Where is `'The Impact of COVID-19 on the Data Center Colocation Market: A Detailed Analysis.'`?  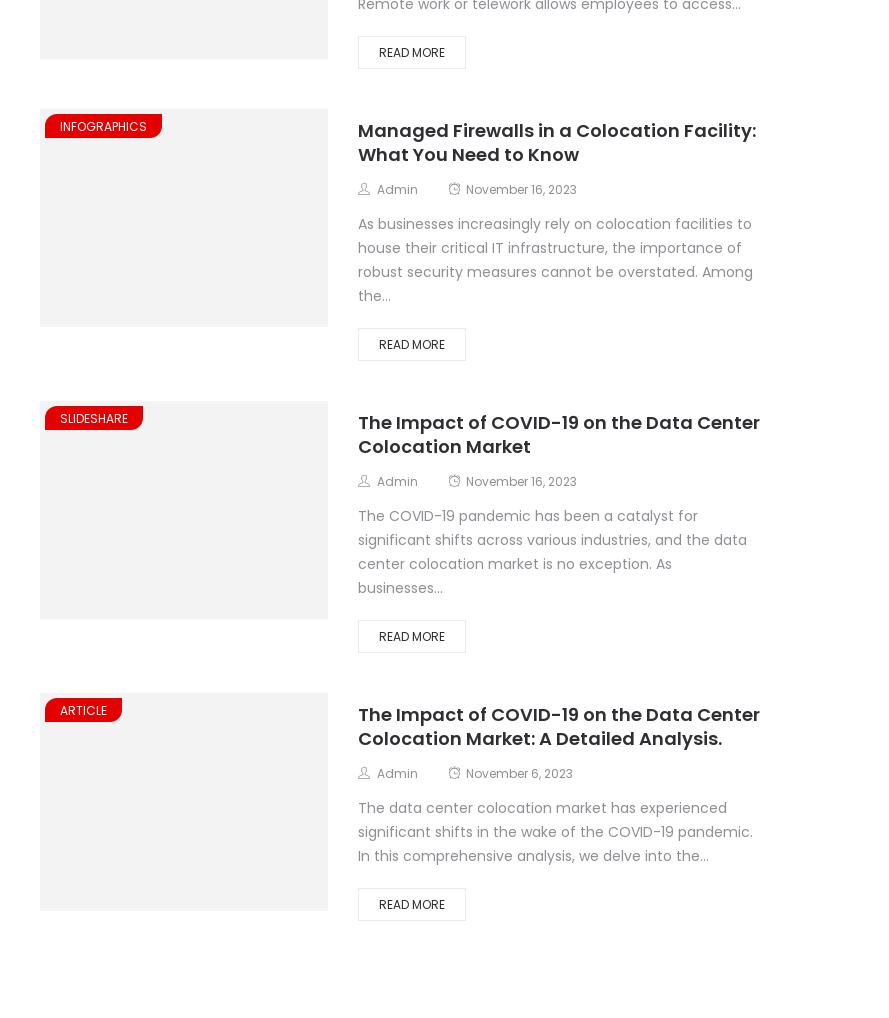
'The Impact of COVID-19 on the Data Center Colocation Market: A Detailed Analysis.' is located at coordinates (559, 724).